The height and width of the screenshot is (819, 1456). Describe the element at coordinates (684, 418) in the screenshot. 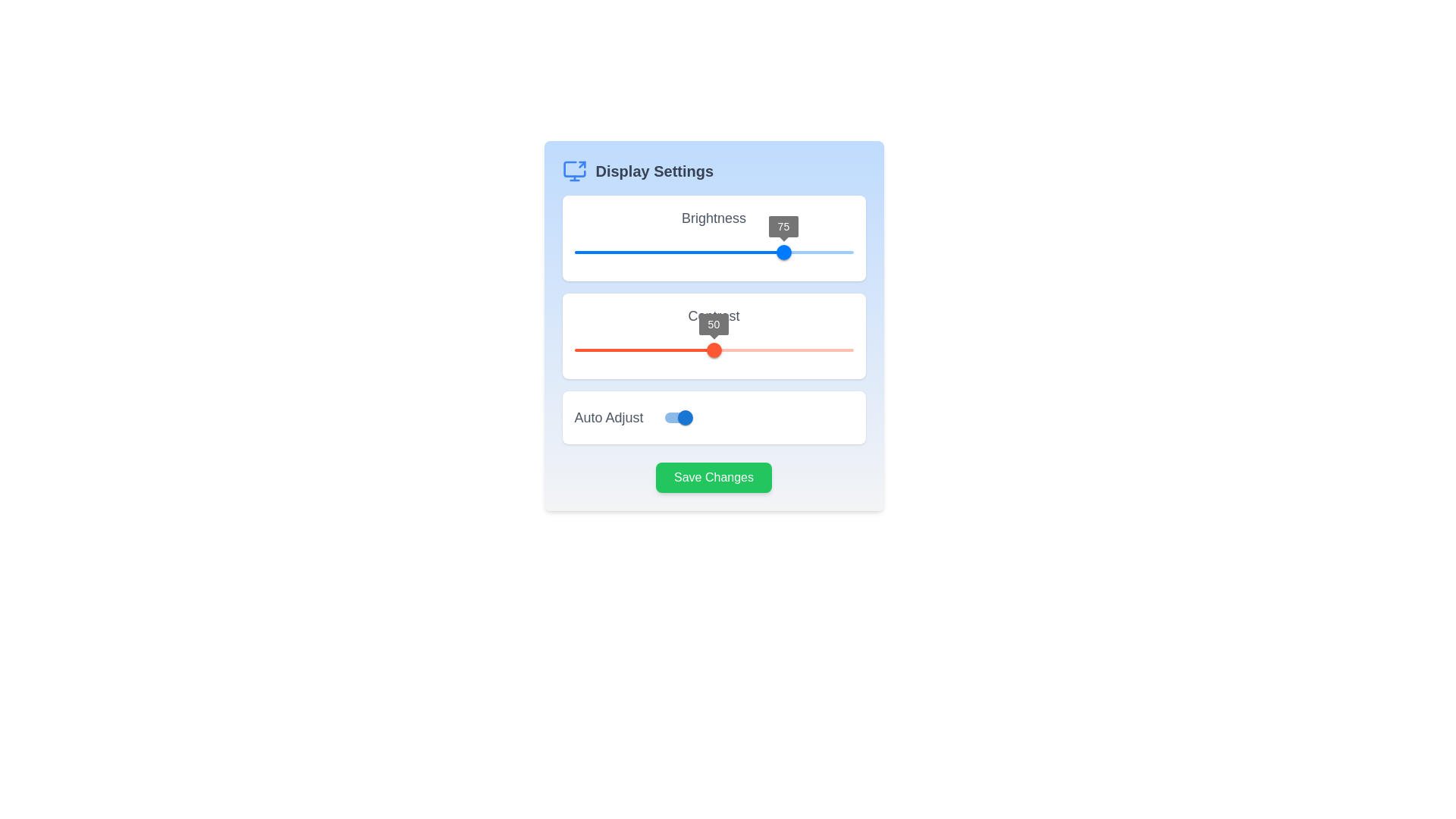

I see `the toggle switch thumb located under the 'Auto Adjust' label in the 'Display Settings' panel` at that location.